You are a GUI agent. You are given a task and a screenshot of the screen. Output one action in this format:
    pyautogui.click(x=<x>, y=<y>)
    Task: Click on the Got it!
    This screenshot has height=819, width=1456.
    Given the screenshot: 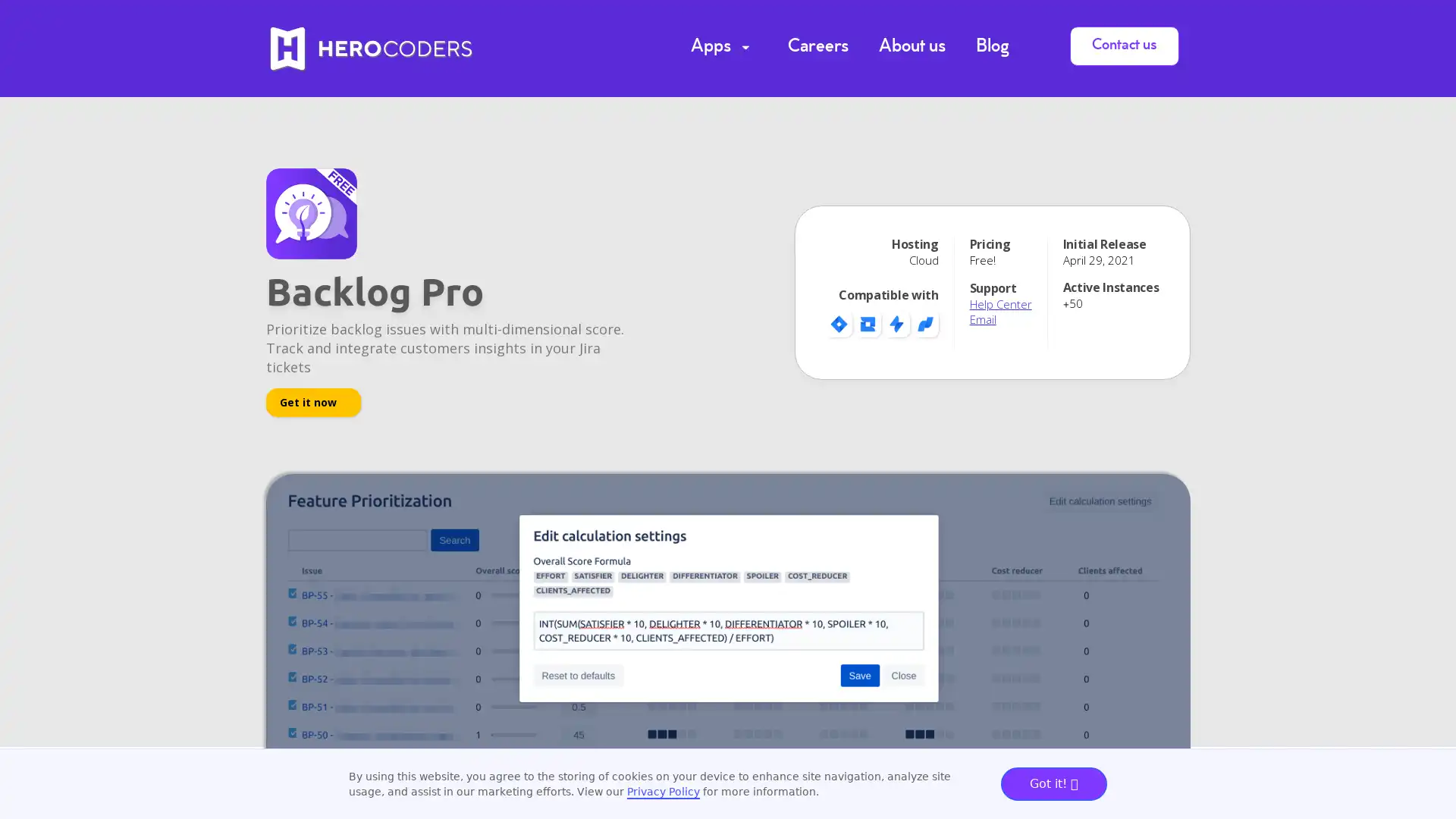 What is the action you would take?
    pyautogui.click(x=1053, y=783)
    